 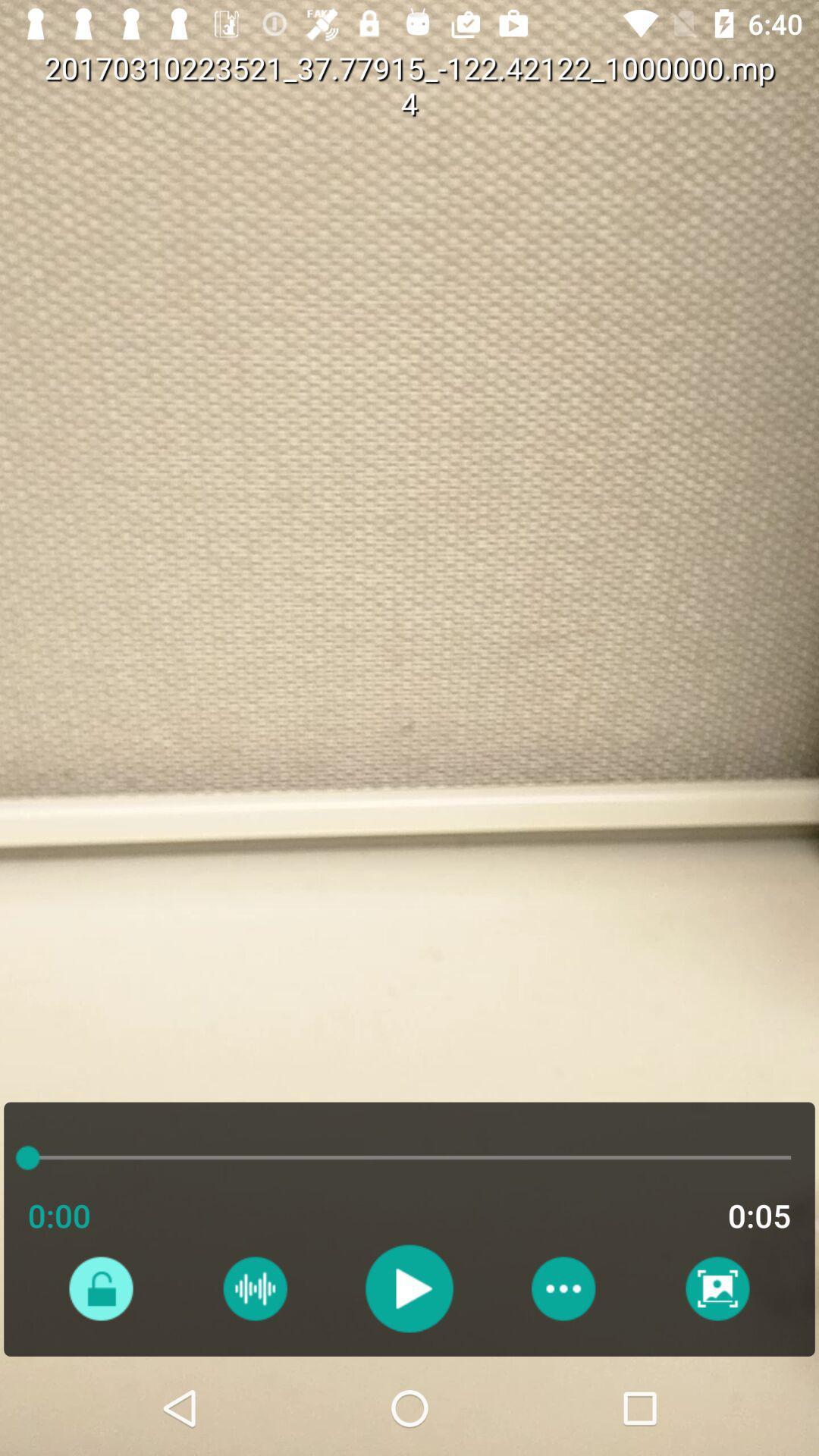 What do you see at coordinates (408, 1288) in the screenshot?
I see `button` at bounding box center [408, 1288].